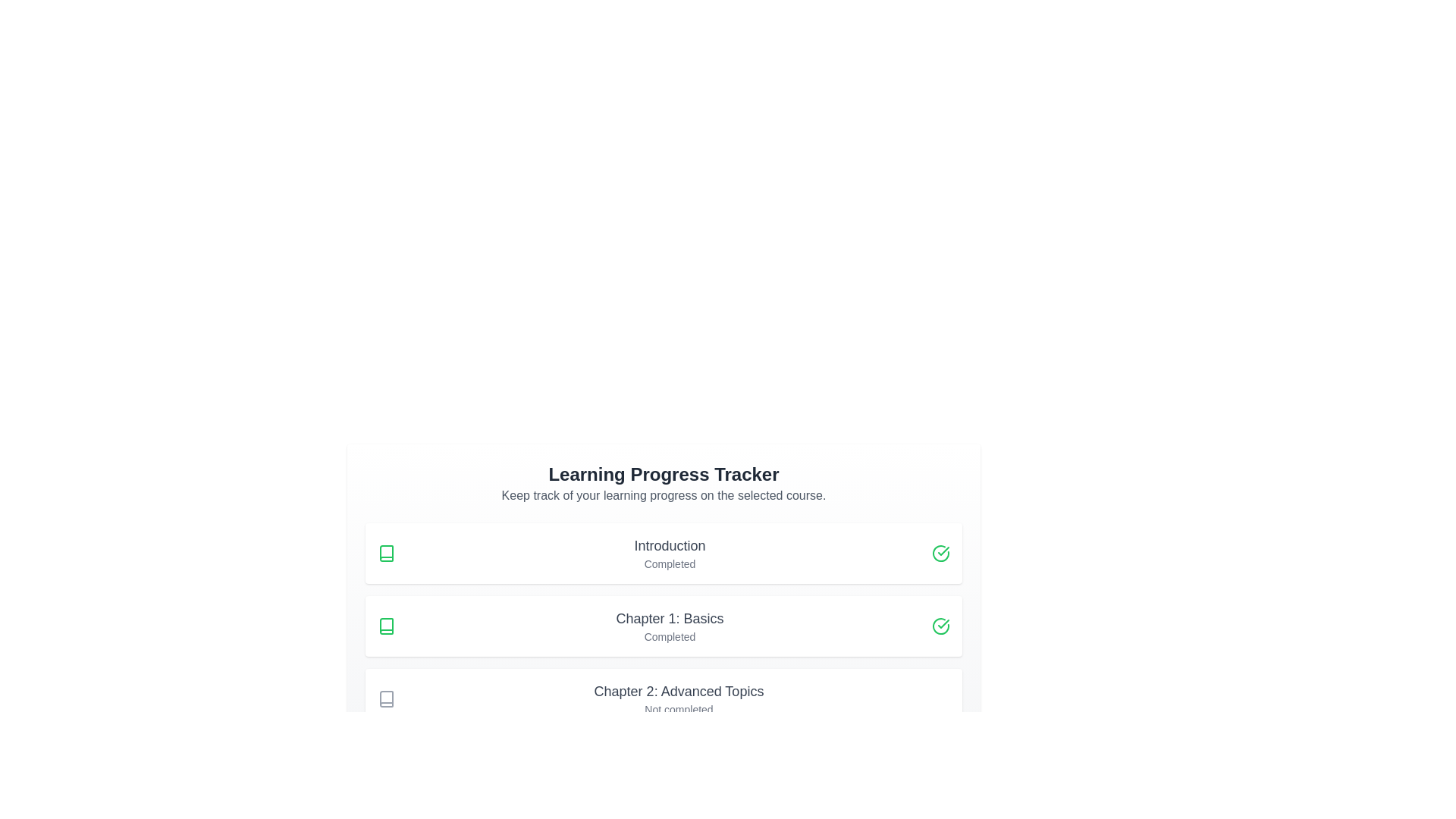 The height and width of the screenshot is (819, 1456). What do you see at coordinates (940, 626) in the screenshot?
I see `the green circular completion indicator icon located to the right of the list item labeled 'Chapter 1: Basics' in the progress tracker section` at bounding box center [940, 626].